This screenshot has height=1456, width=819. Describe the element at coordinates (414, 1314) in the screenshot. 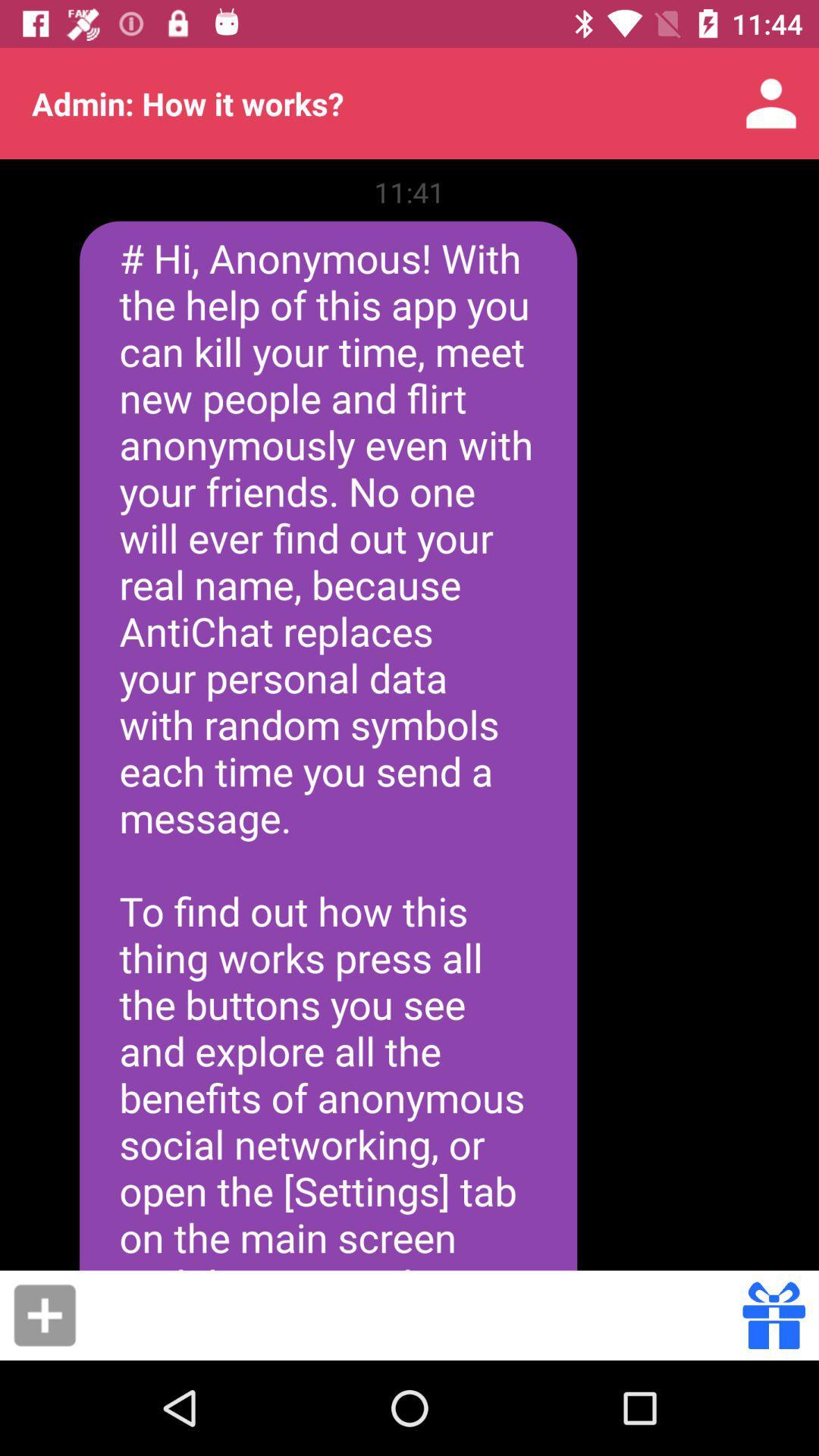

I see `icon below the hi anonymous with item` at that location.